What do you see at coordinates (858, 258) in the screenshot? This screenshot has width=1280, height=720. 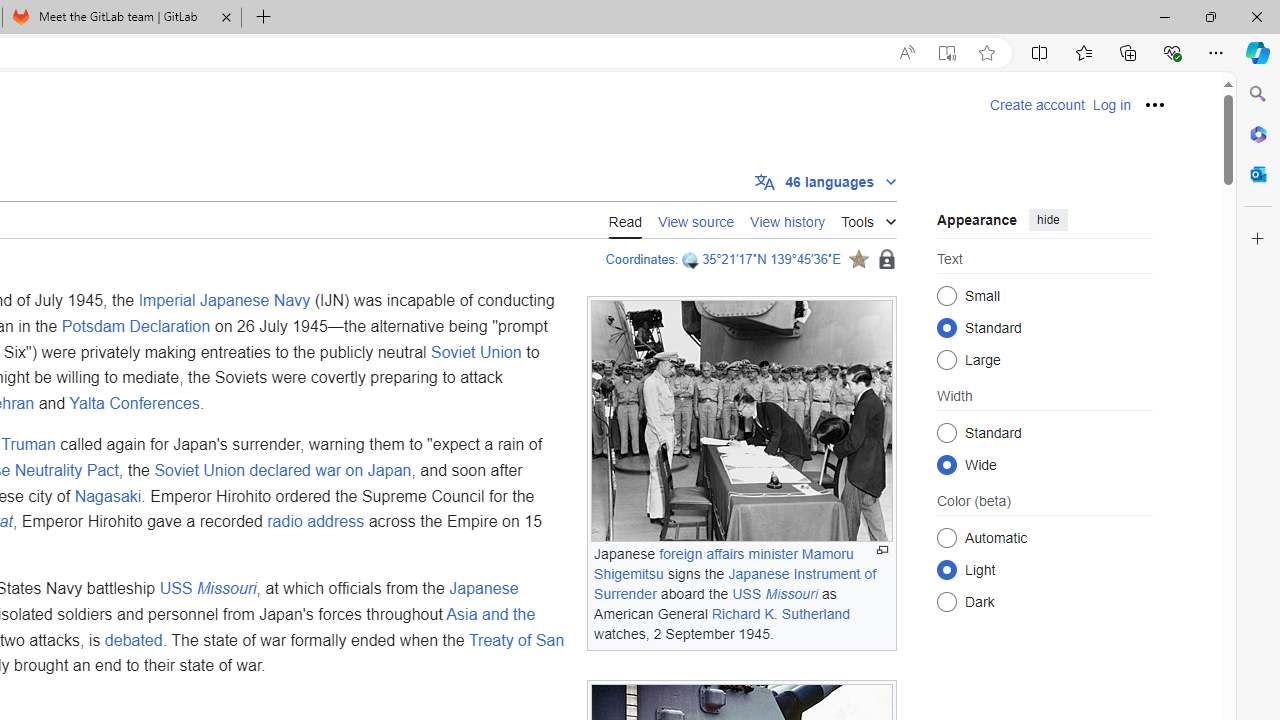 I see `'Featured article'` at bounding box center [858, 258].